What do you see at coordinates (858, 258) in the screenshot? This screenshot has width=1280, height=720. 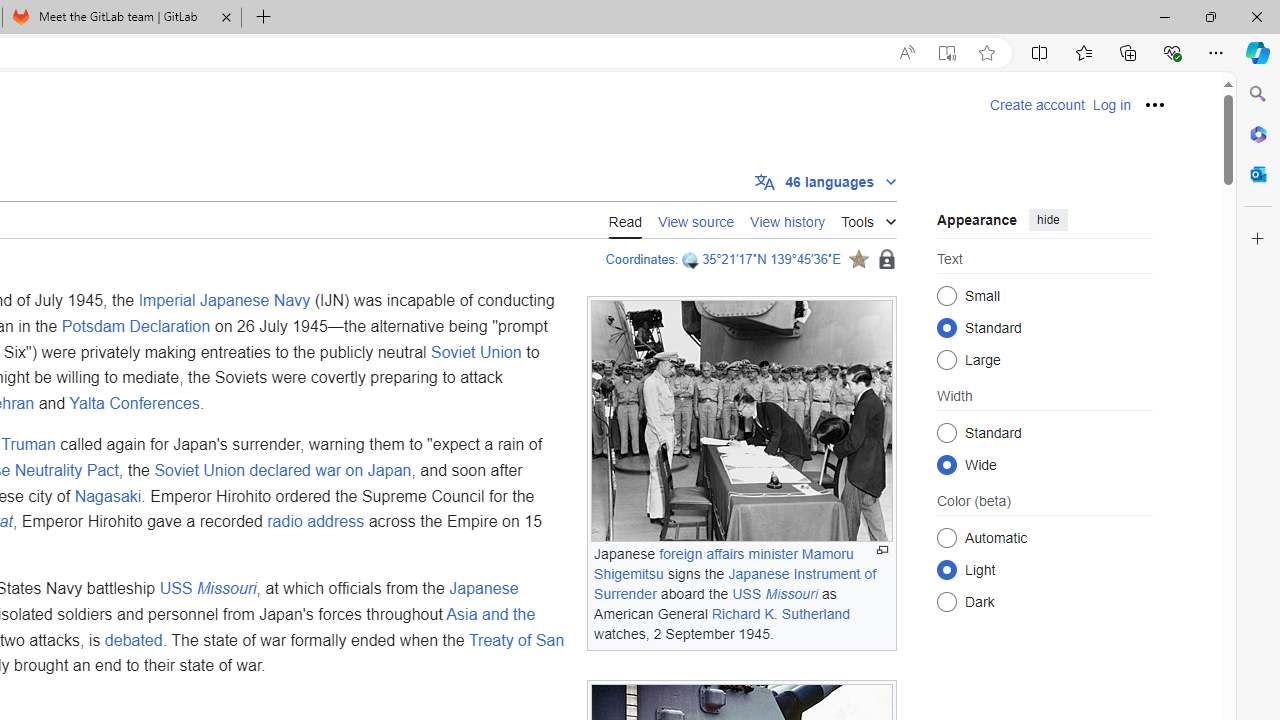 I see `'Featured article'` at bounding box center [858, 258].